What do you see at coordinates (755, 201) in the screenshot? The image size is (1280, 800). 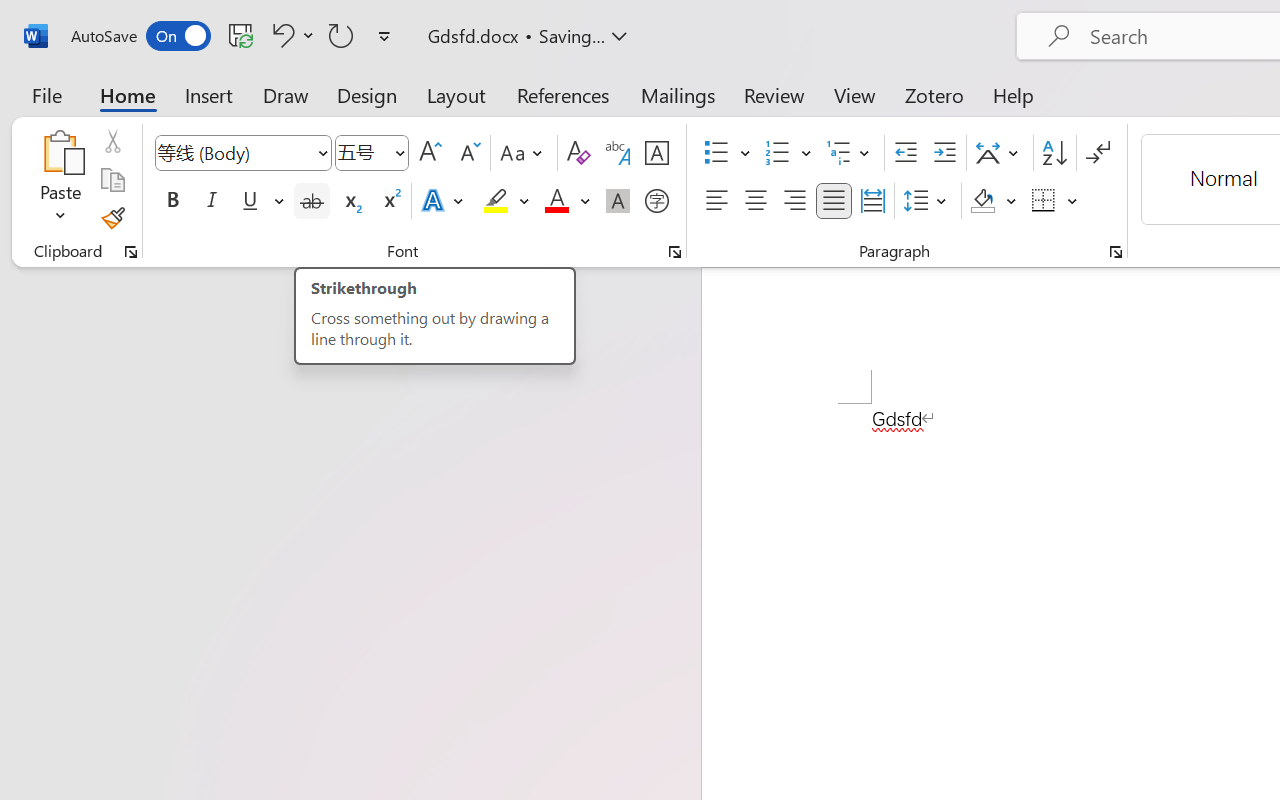 I see `'Center'` at bounding box center [755, 201].